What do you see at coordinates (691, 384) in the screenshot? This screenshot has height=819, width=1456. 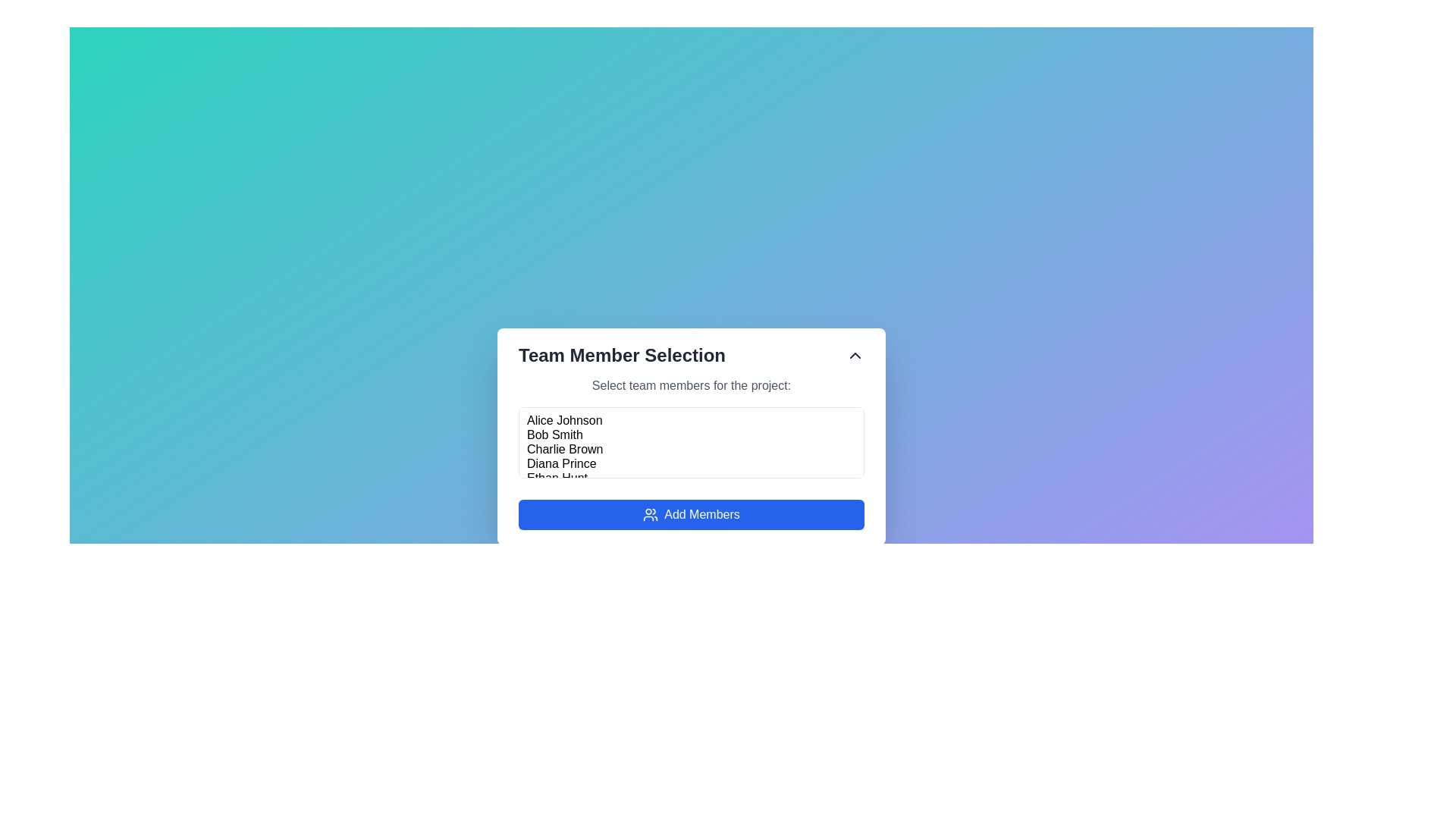 I see `the static text label that informs the user about the purpose of the multiselect list, located below the 'Team Member Selection' heading` at bounding box center [691, 384].